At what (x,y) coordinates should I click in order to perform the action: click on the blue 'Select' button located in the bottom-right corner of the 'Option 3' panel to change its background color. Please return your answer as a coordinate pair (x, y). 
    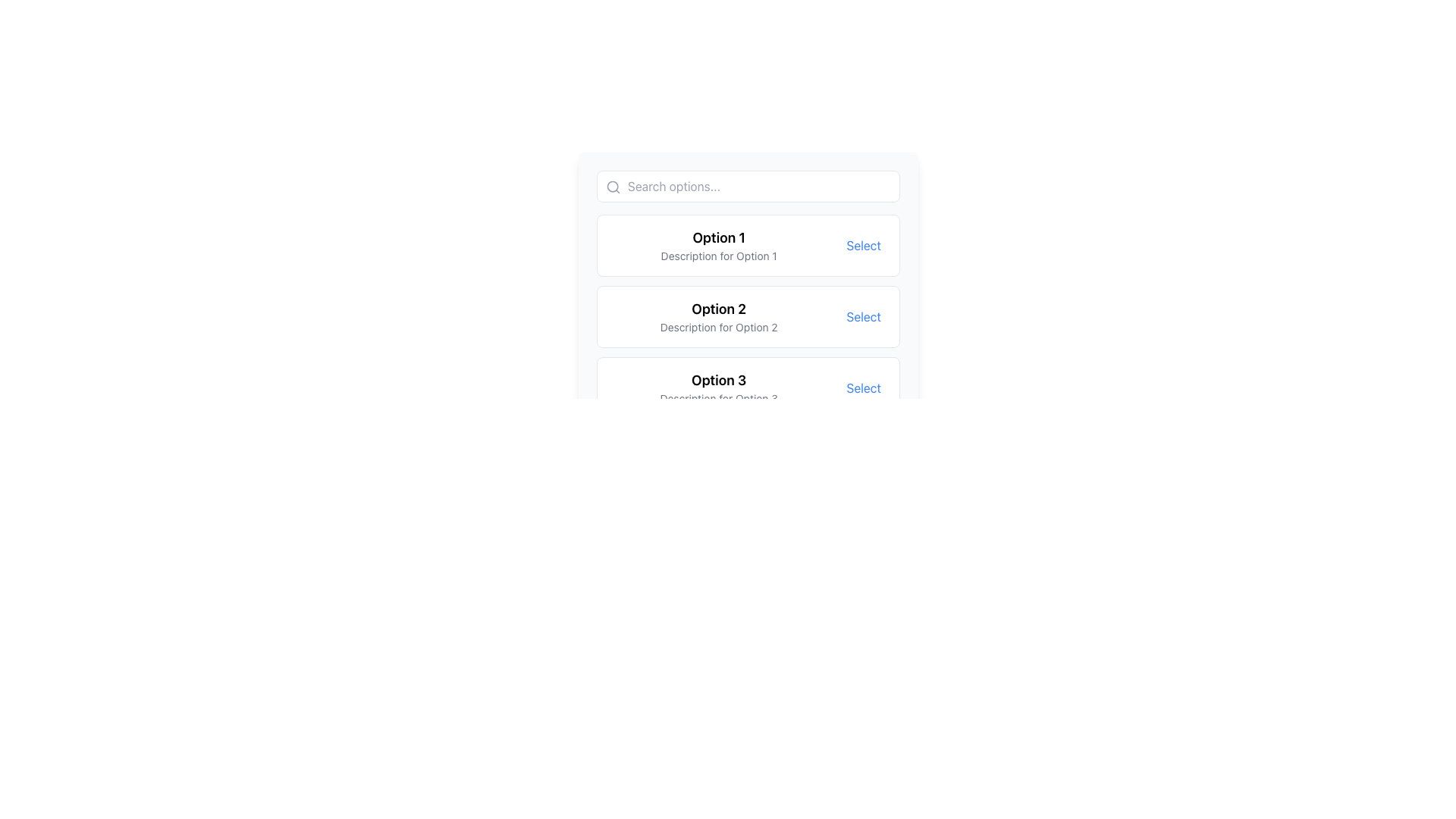
    Looking at the image, I should click on (864, 388).